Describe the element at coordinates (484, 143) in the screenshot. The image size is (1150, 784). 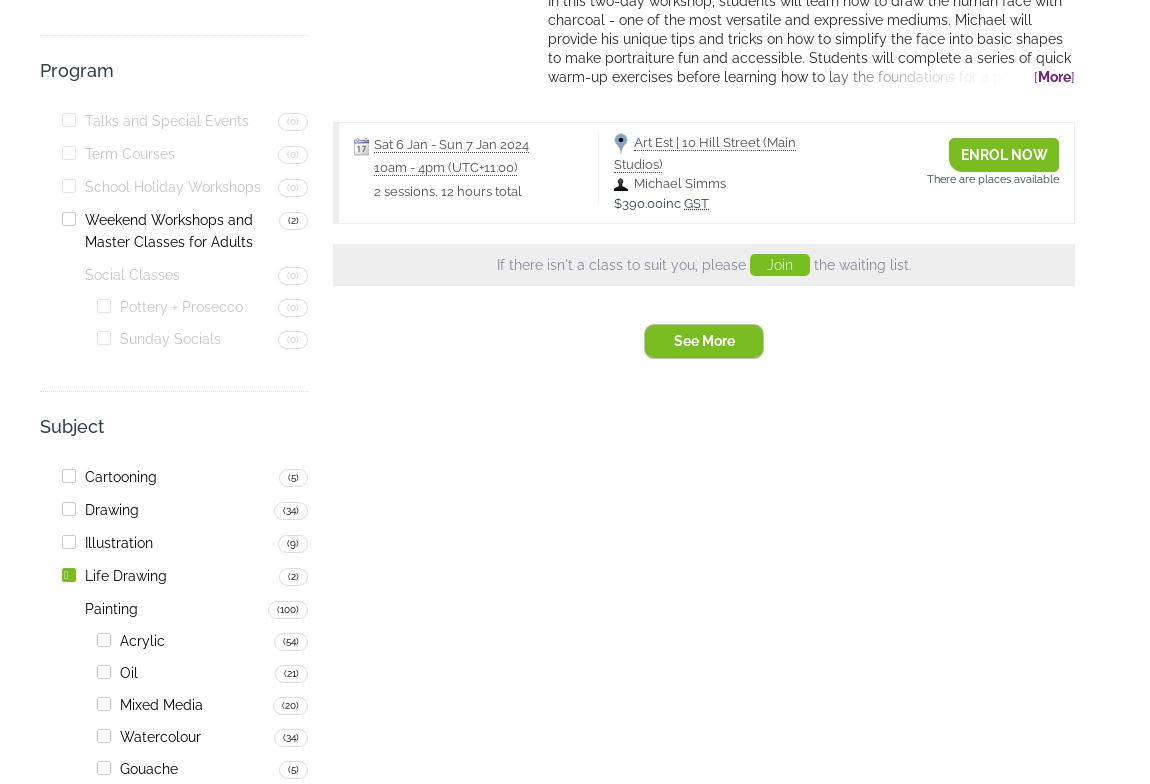
I see `'Sun 7 Jan 2024'` at that location.